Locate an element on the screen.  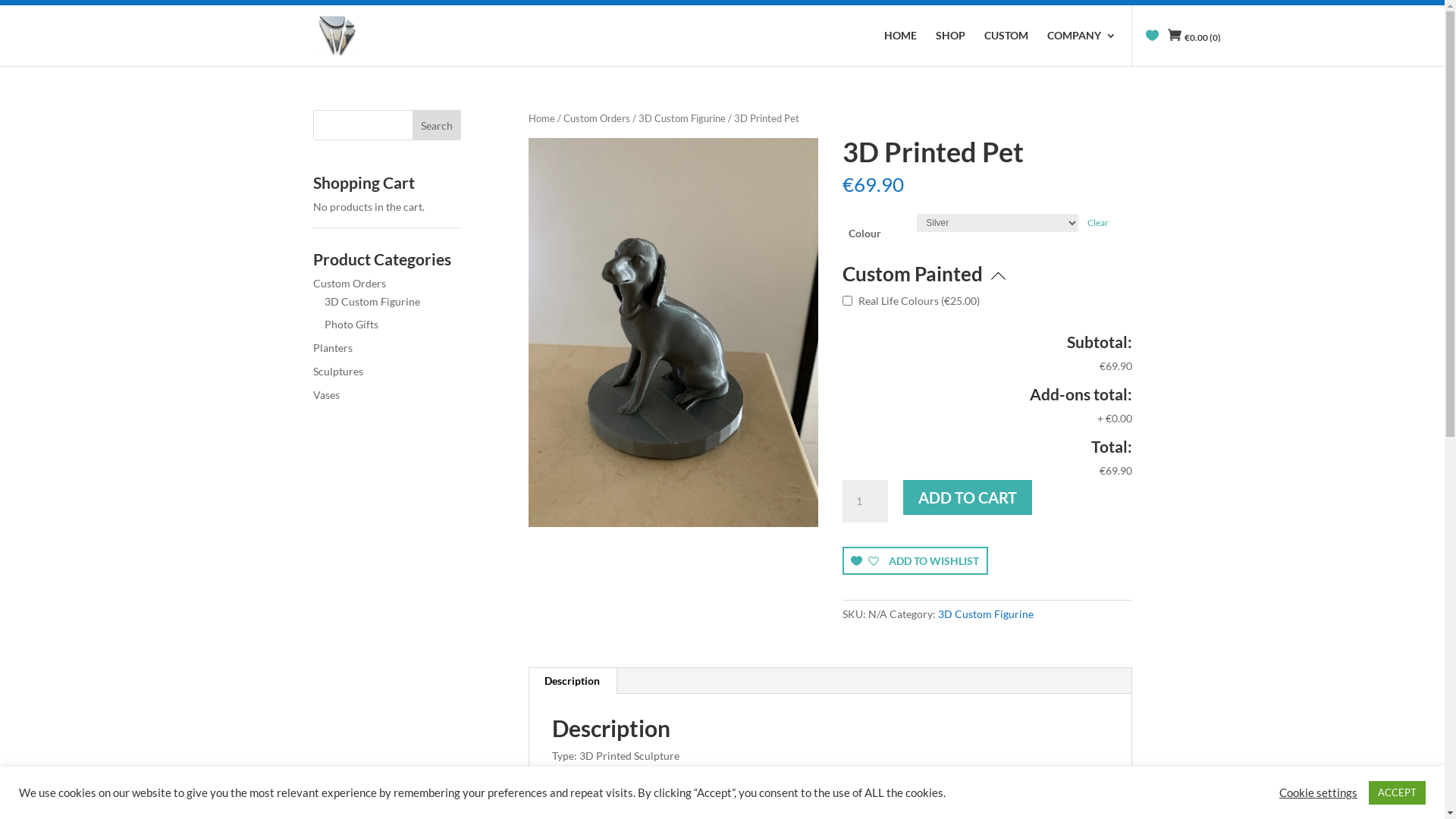
'Vases' is located at coordinates (312, 394).